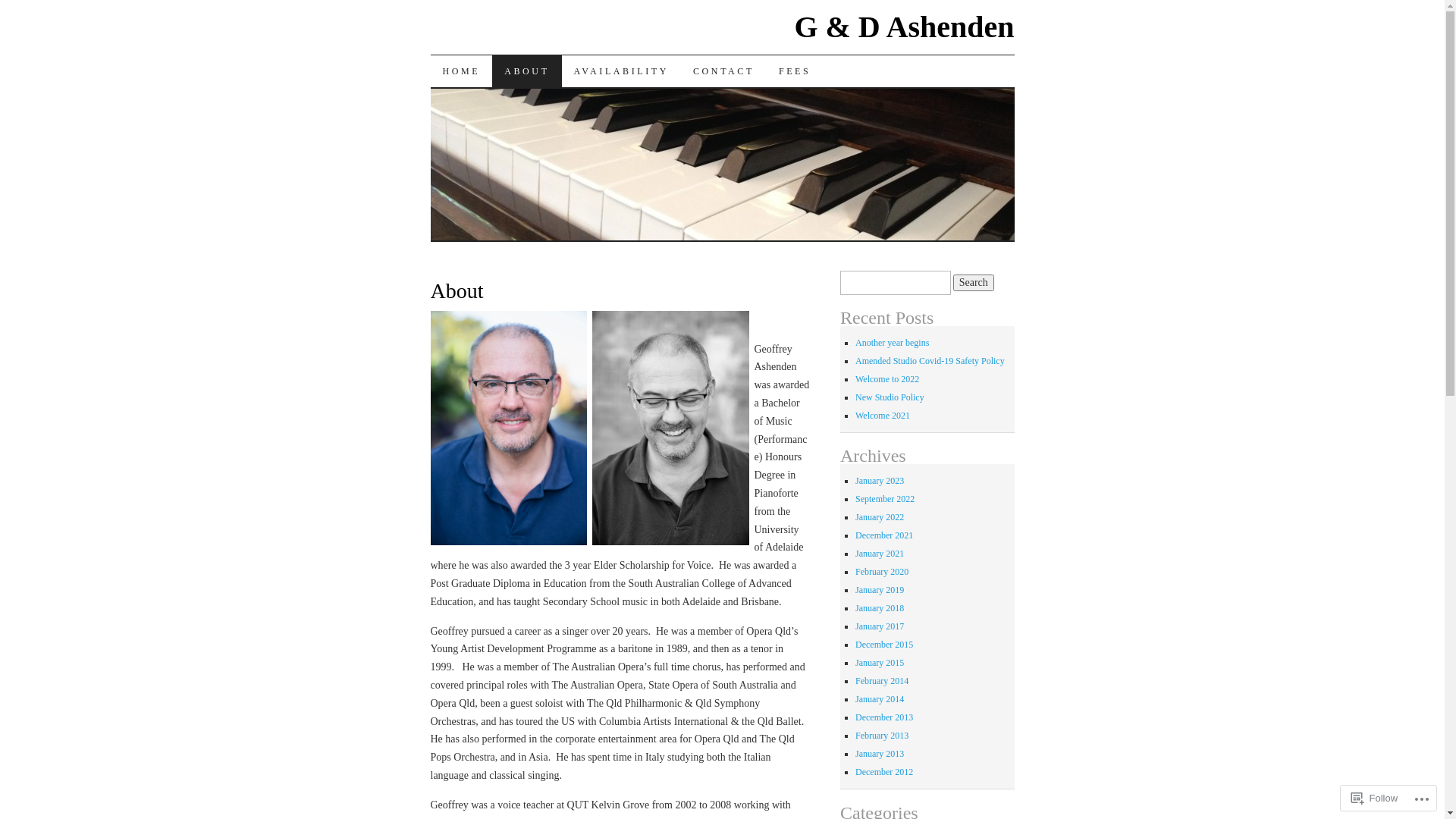 This screenshot has height=819, width=1456. What do you see at coordinates (881, 734) in the screenshot?
I see `'February 2013'` at bounding box center [881, 734].